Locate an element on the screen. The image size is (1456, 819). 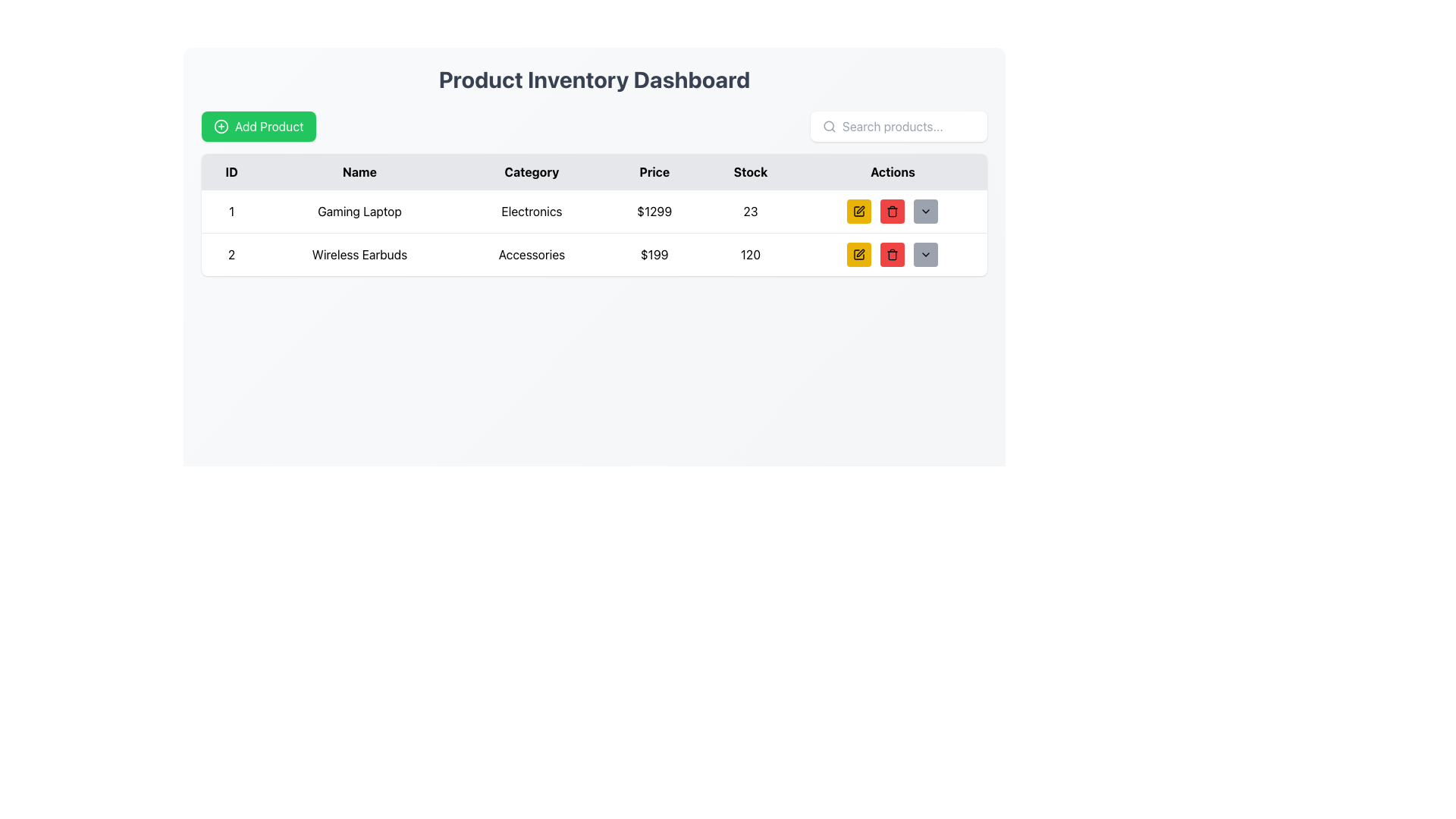
the yellow edit button with a pen icon located in the second row of the table under the 'Actions' column is located at coordinates (859, 253).